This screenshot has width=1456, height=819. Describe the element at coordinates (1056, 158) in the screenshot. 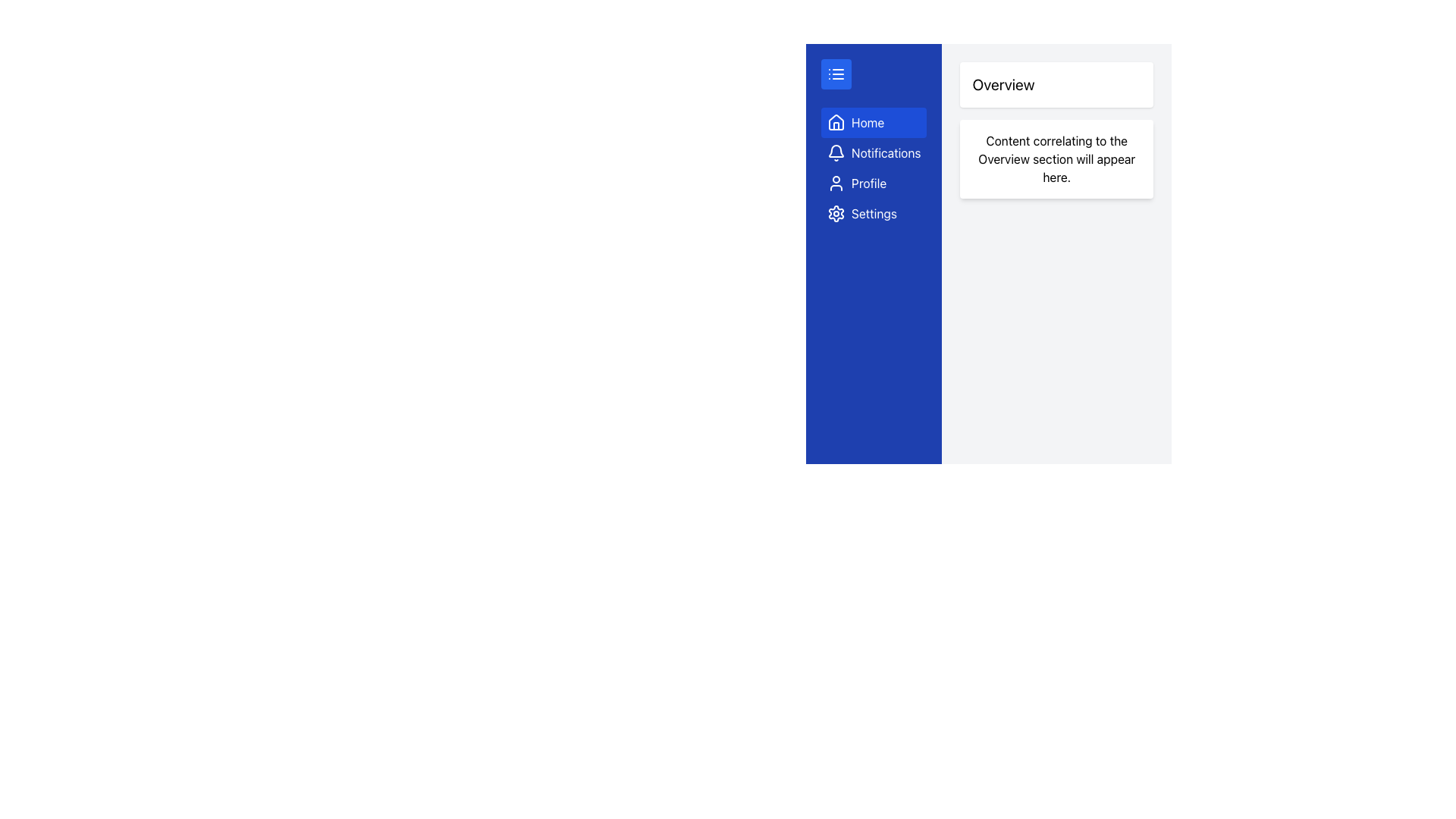

I see `the informational text block located in the right-hand column under the 'Overview' heading, which is part of a card component with a white background and rounded corners` at that location.